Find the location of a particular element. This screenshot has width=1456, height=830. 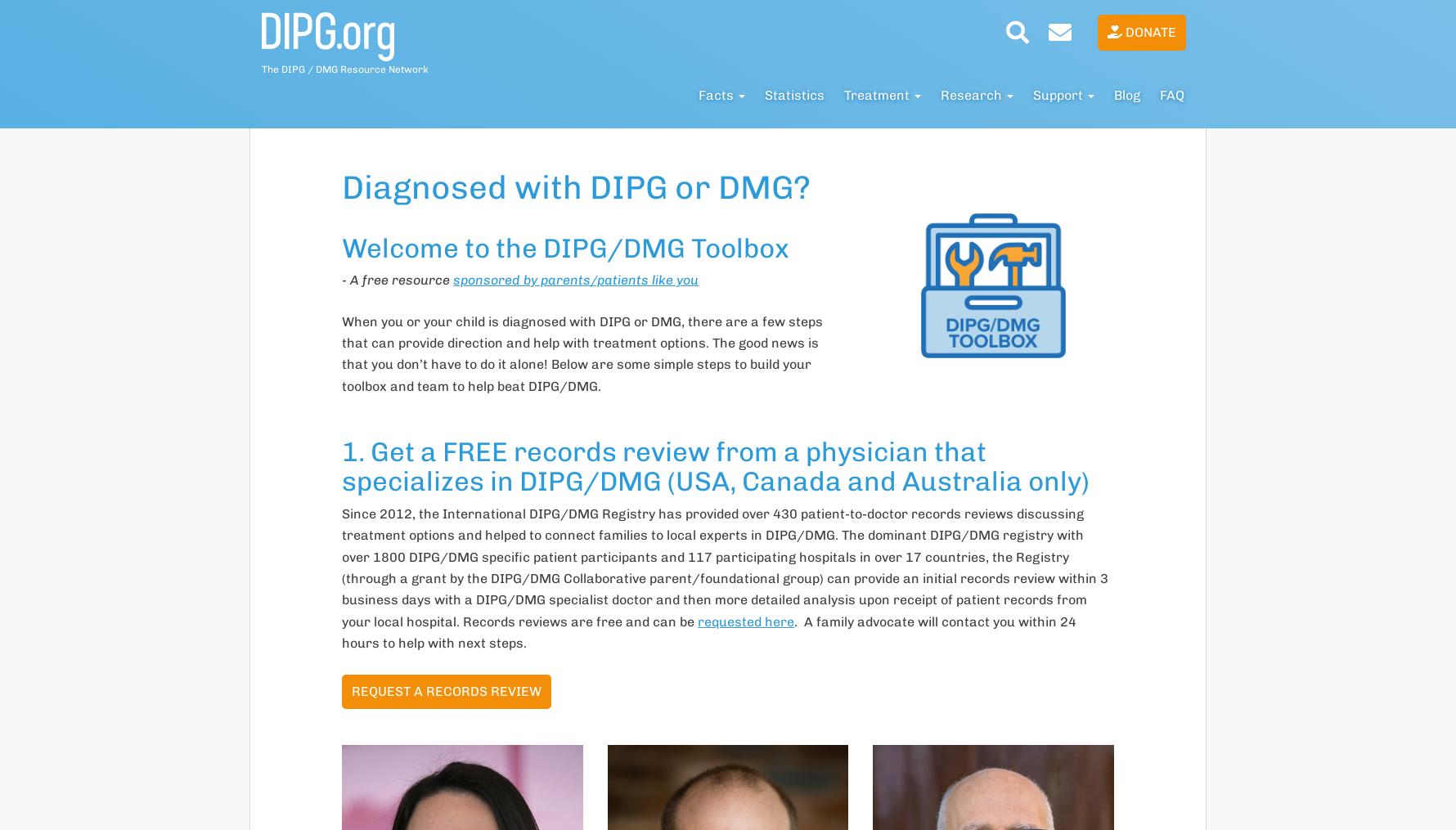

'The DIPG / DMG Resource Network' is located at coordinates (344, 69).